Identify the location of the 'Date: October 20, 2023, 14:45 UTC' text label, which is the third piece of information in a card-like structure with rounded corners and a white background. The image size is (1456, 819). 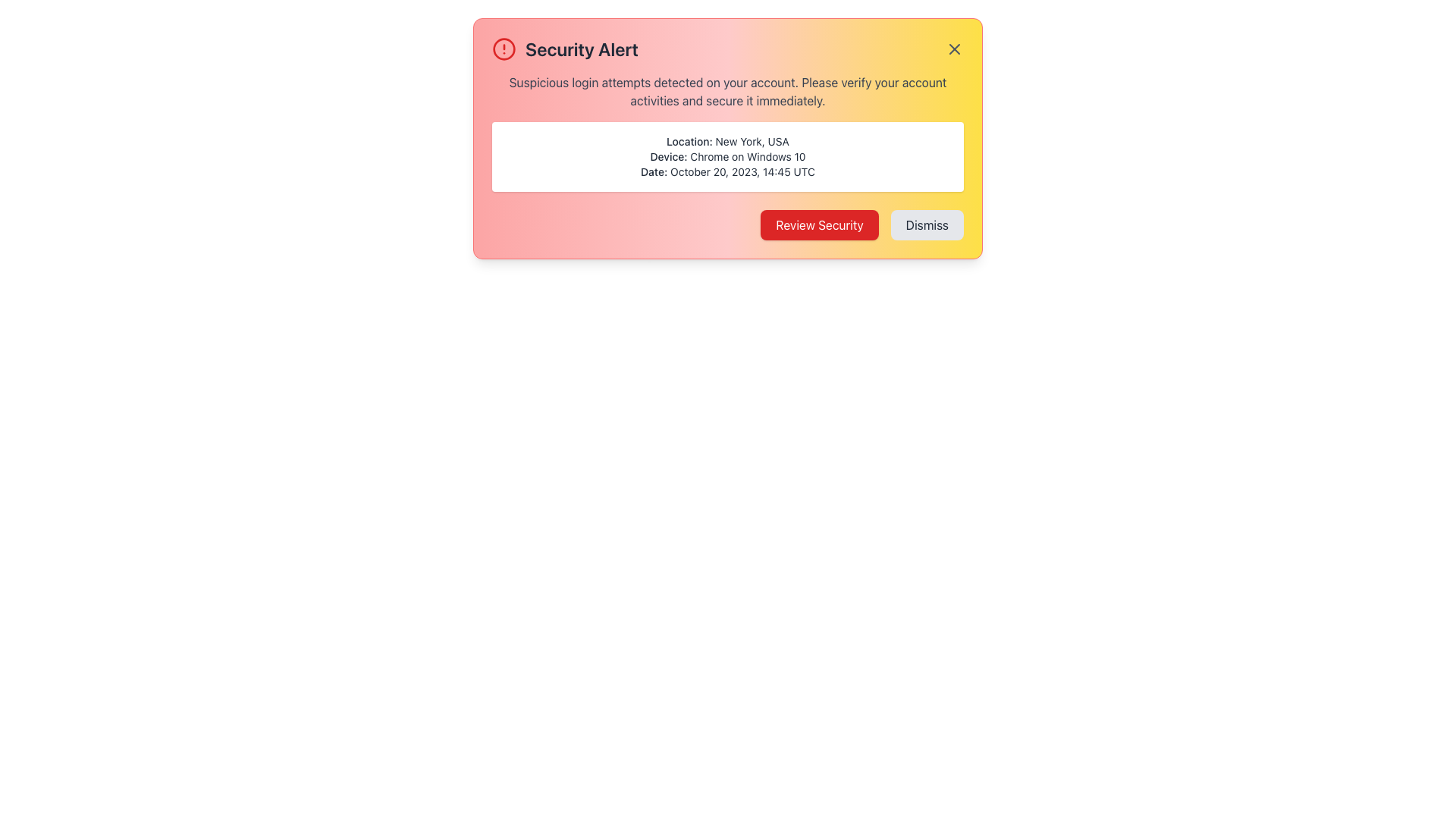
(728, 171).